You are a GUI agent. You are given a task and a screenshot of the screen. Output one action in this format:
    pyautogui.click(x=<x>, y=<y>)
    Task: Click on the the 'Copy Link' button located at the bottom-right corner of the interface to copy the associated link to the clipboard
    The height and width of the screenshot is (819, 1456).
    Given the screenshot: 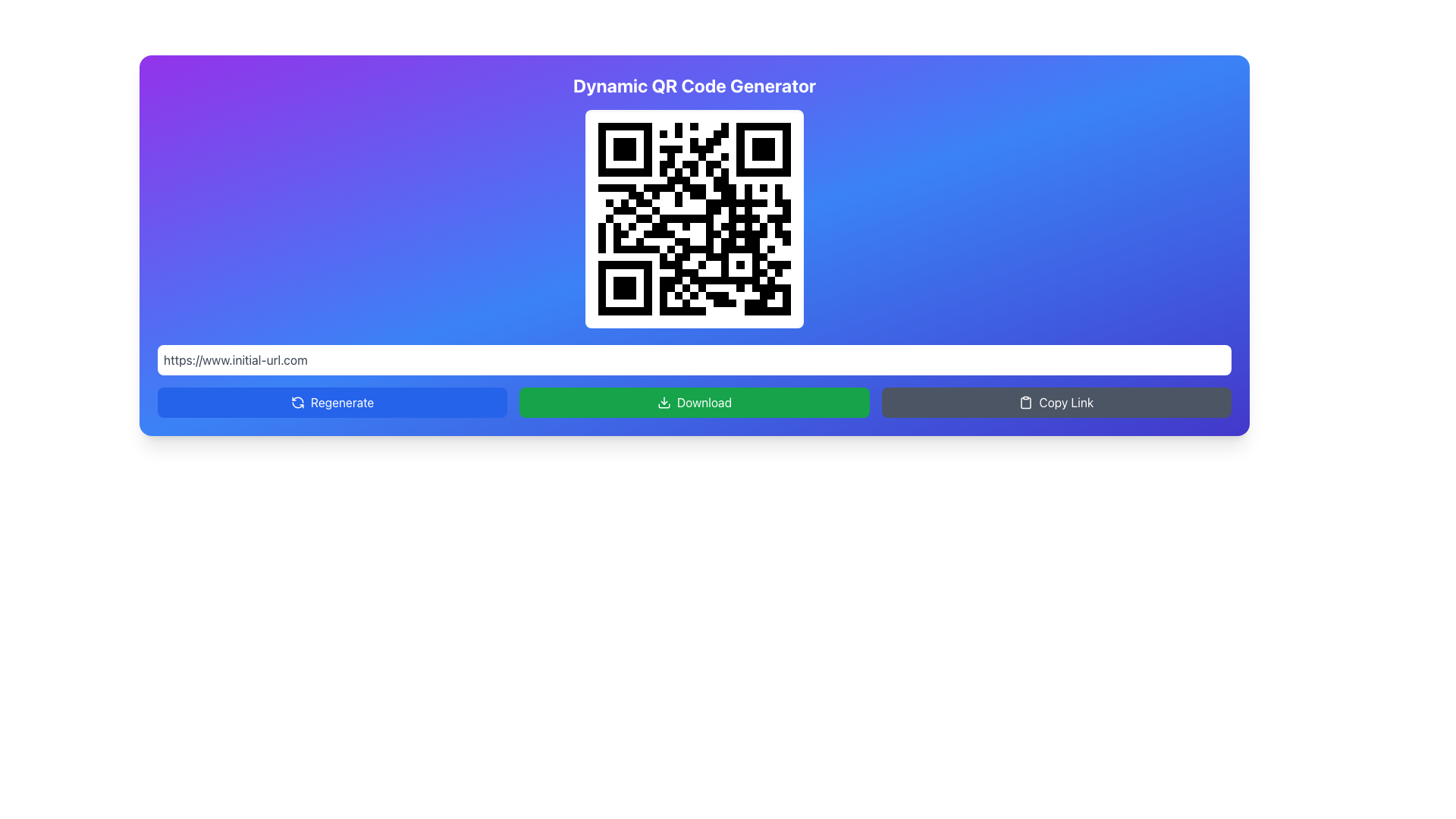 What is the action you would take?
    pyautogui.click(x=1065, y=402)
    